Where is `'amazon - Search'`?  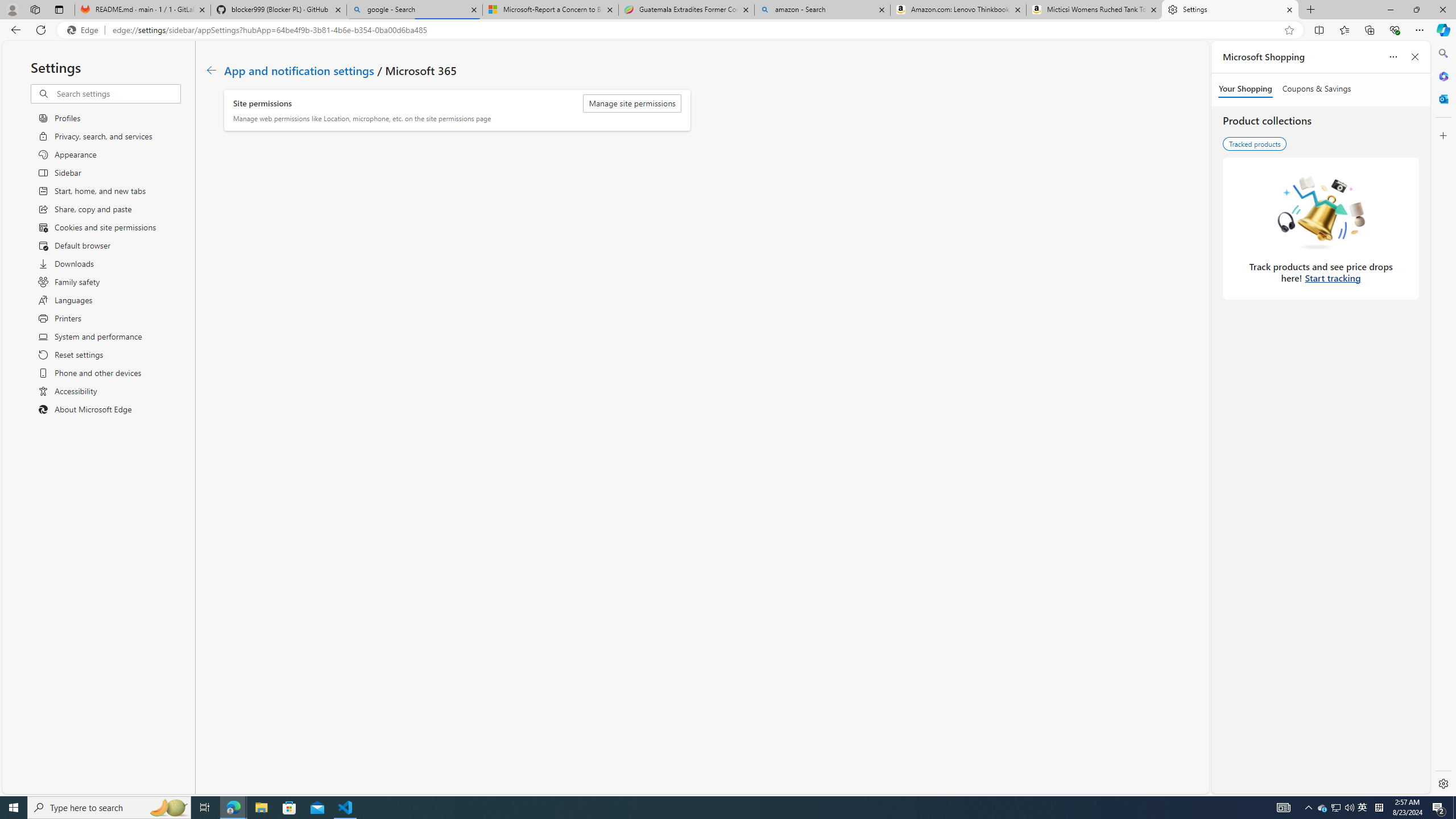 'amazon - Search' is located at coordinates (822, 9).